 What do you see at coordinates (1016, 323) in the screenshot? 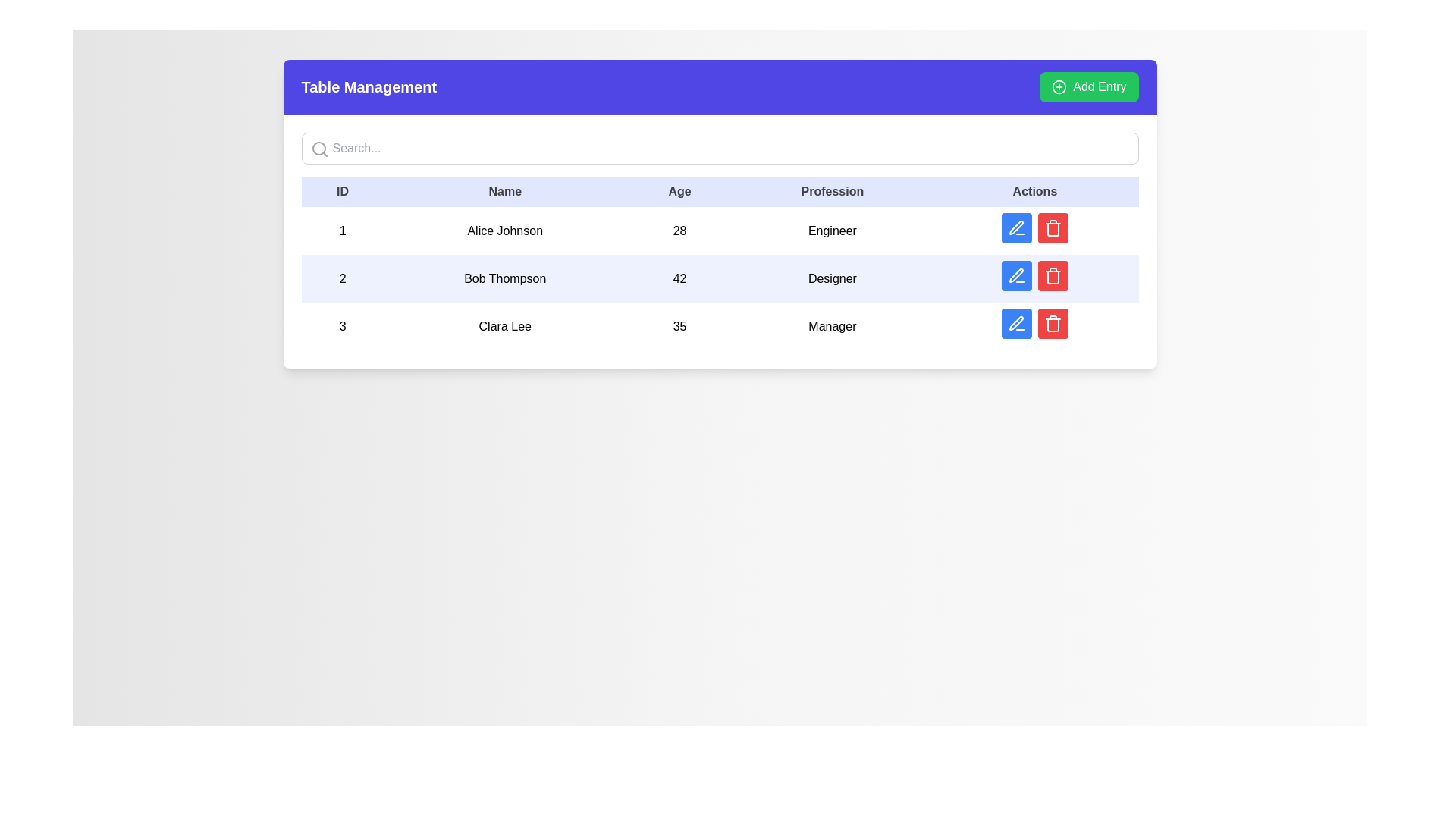
I see `the blue button with a white pen icon located in the 'Actions' column of the third row in the data table` at bounding box center [1016, 323].